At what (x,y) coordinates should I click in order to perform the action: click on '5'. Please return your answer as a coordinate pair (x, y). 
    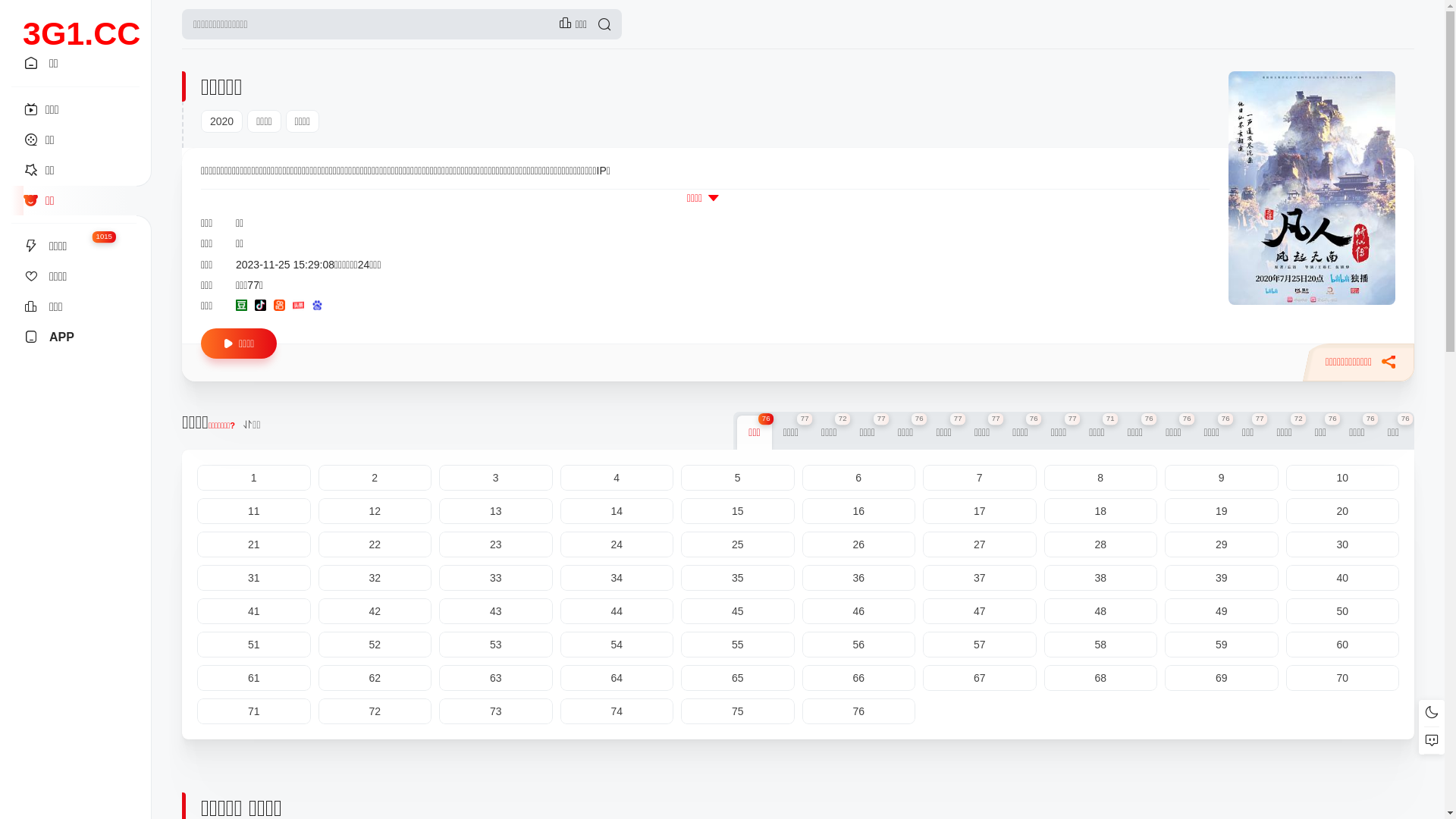
    Looking at the image, I should click on (679, 476).